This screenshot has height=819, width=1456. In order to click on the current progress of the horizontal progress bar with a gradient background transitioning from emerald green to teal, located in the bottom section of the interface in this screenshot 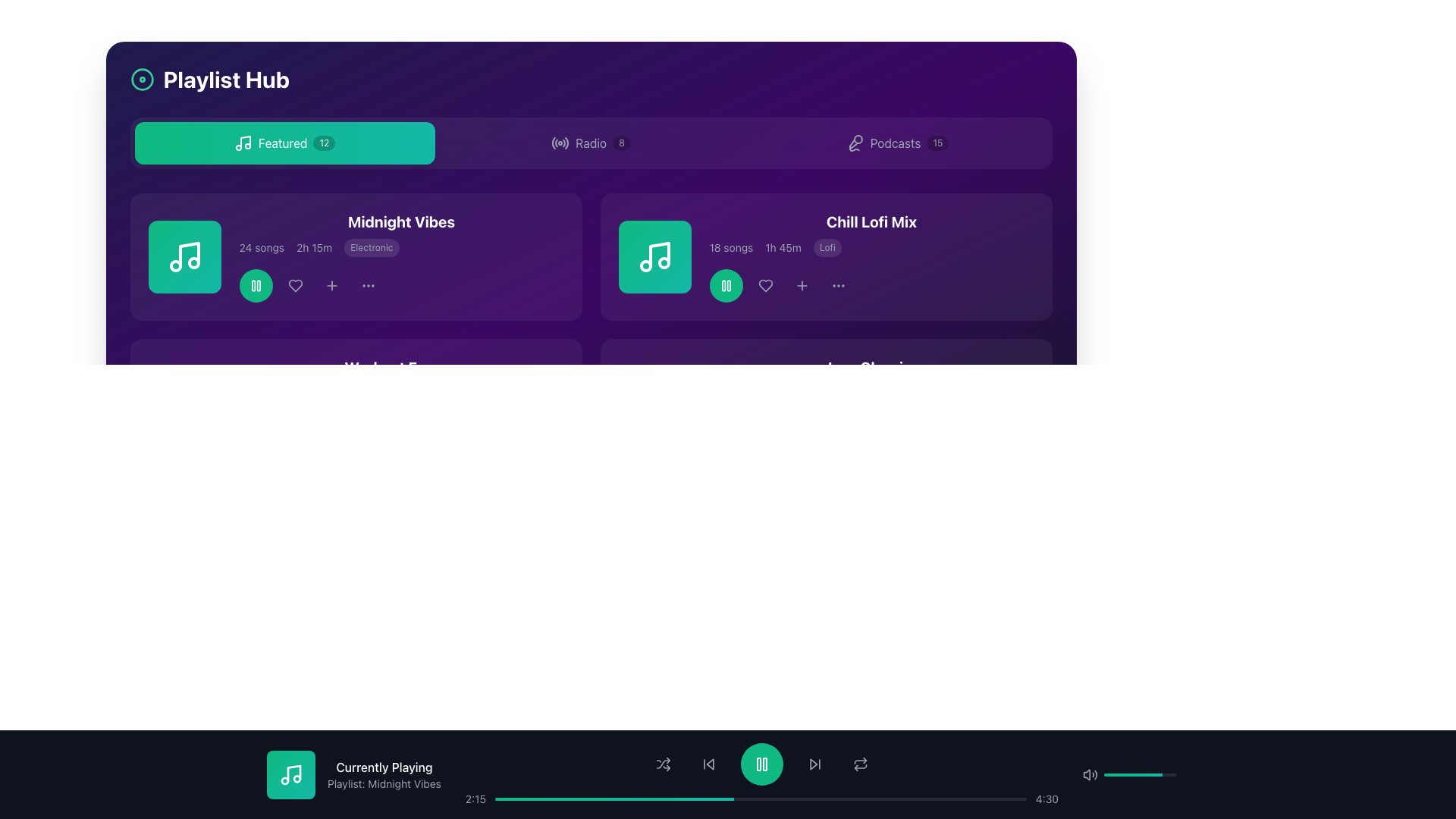, I will do `click(614, 798)`.